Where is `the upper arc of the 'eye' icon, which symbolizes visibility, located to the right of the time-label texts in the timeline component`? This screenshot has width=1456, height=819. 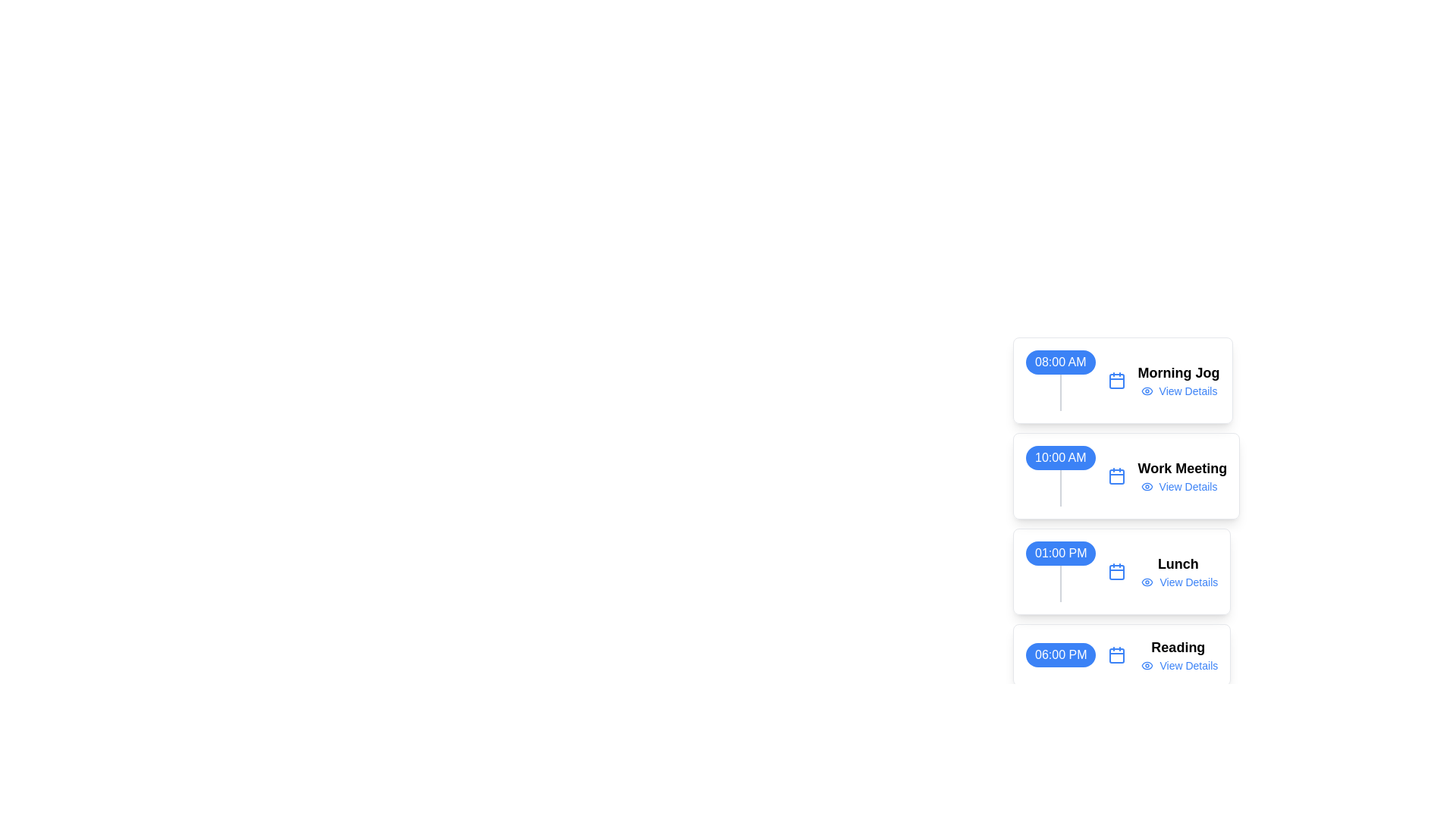
the upper arc of the 'eye' icon, which symbolizes visibility, located to the right of the time-label texts in the timeline component is located at coordinates (1147, 486).